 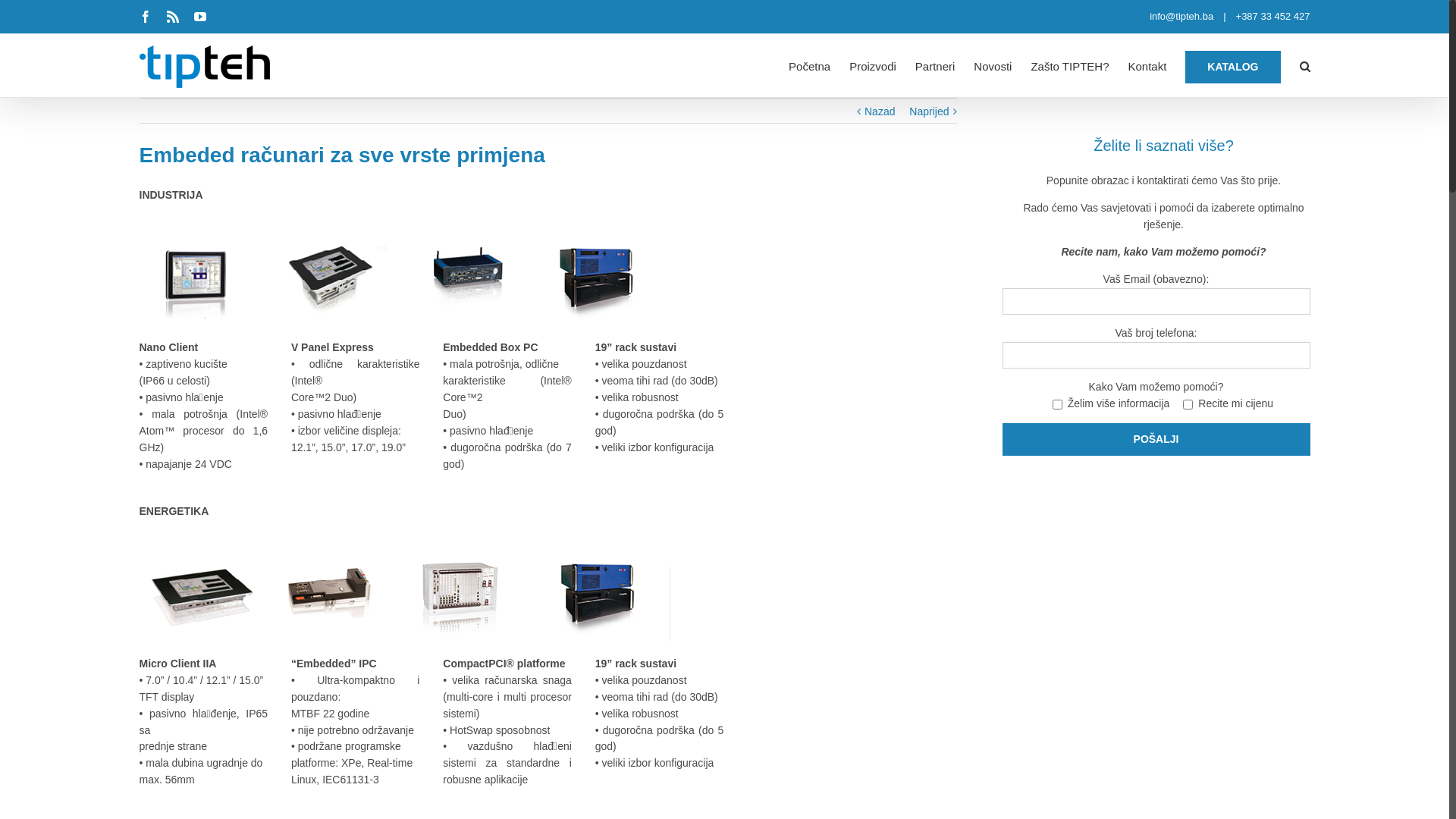 What do you see at coordinates (146, 17) in the screenshot?
I see `'Facebook'` at bounding box center [146, 17].